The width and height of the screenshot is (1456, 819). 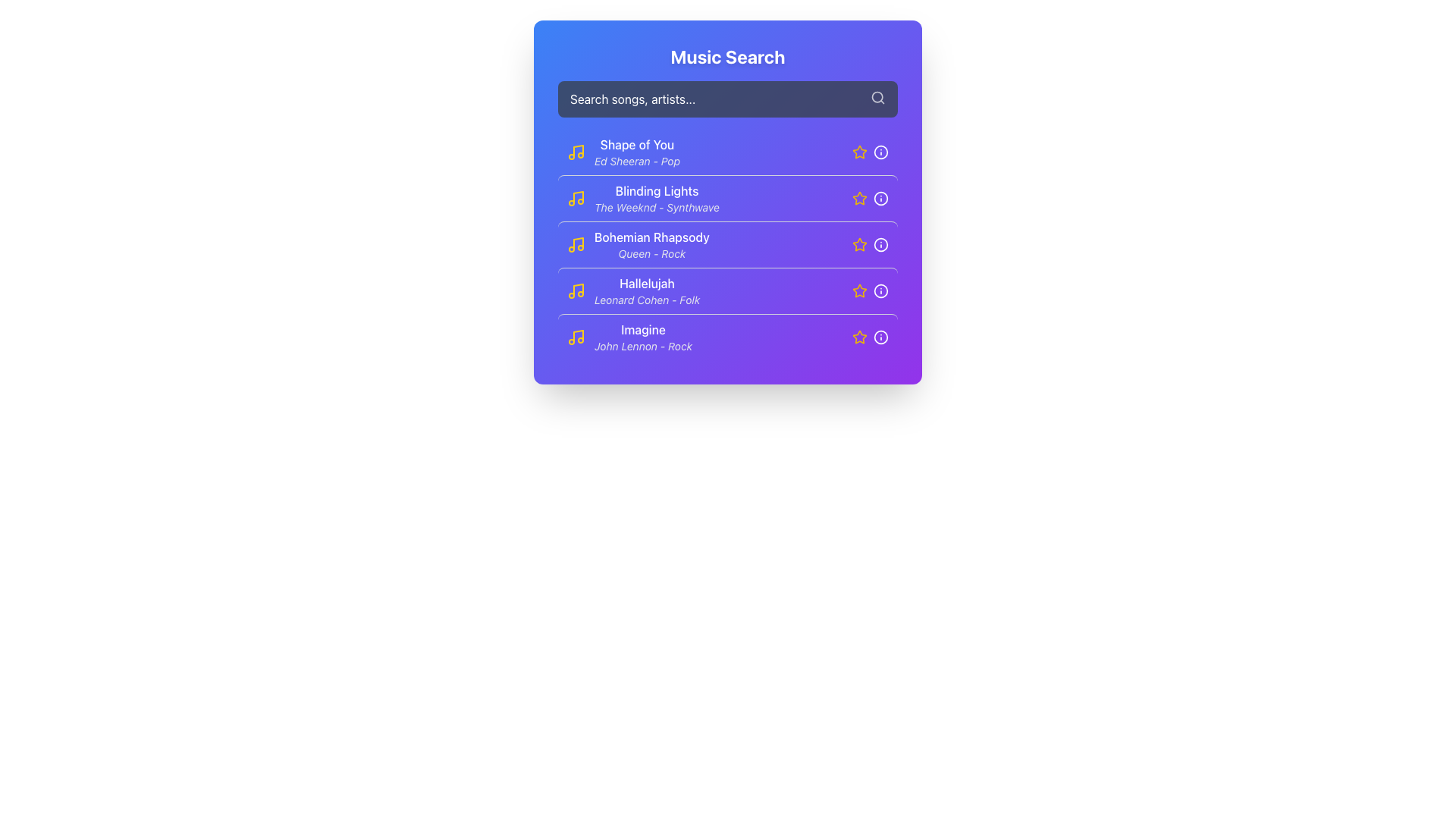 I want to click on the music note icon located to the left of the text 'Blinding Lights' in the song list, so click(x=578, y=196).